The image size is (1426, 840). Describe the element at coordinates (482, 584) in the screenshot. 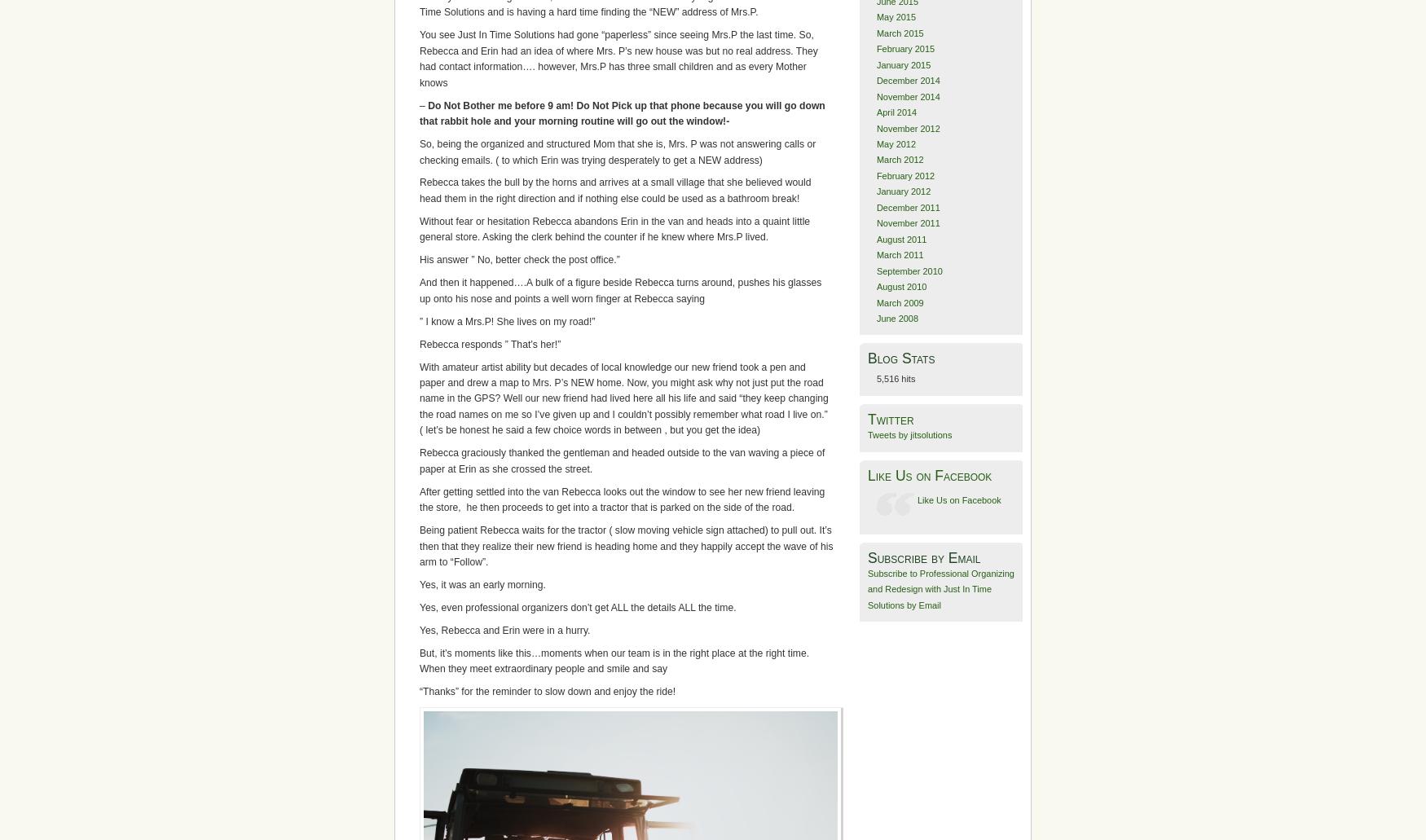

I see `'Yes, it was an early morning.'` at that location.